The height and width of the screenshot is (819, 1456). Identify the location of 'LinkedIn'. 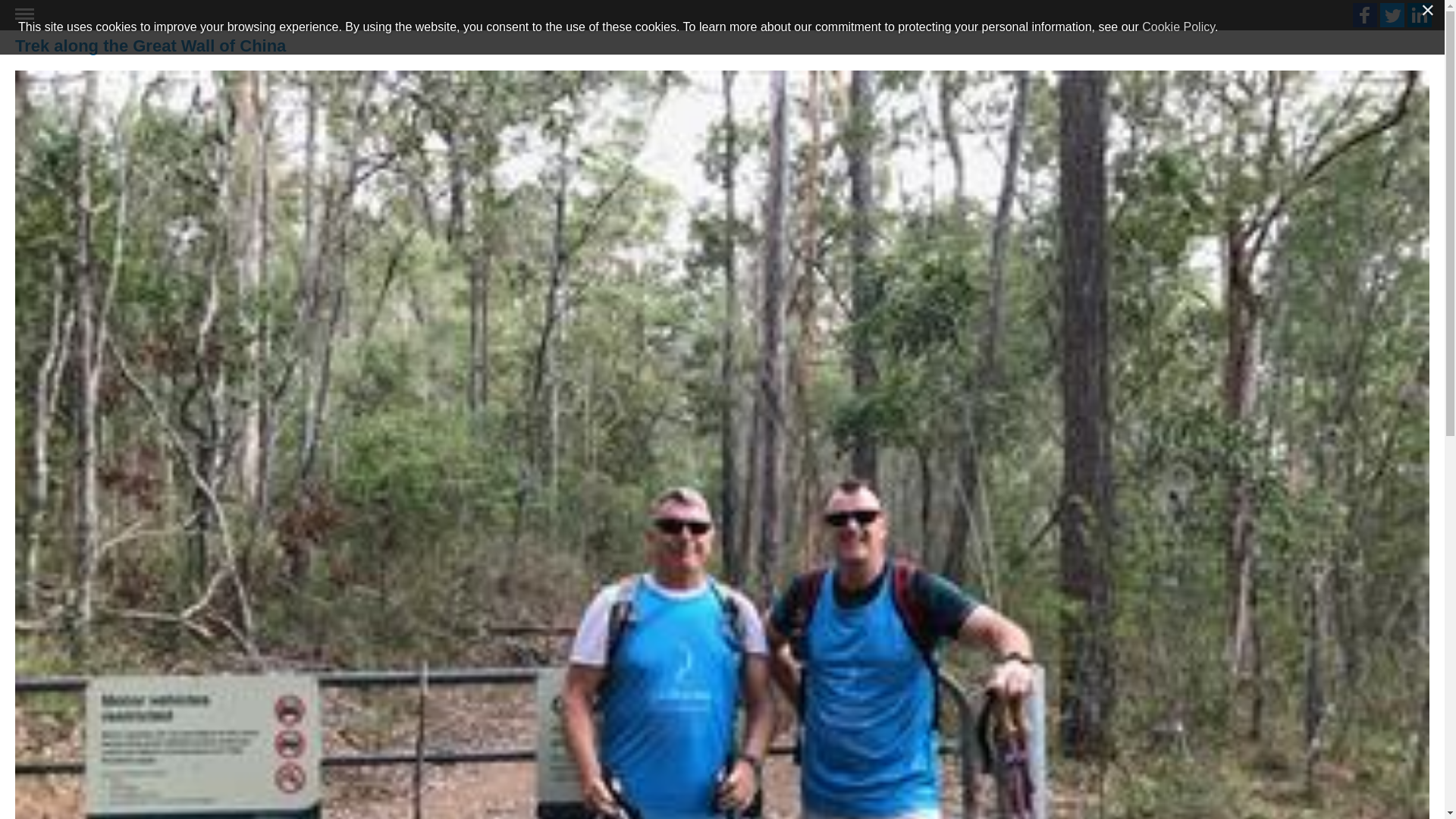
(1419, 14).